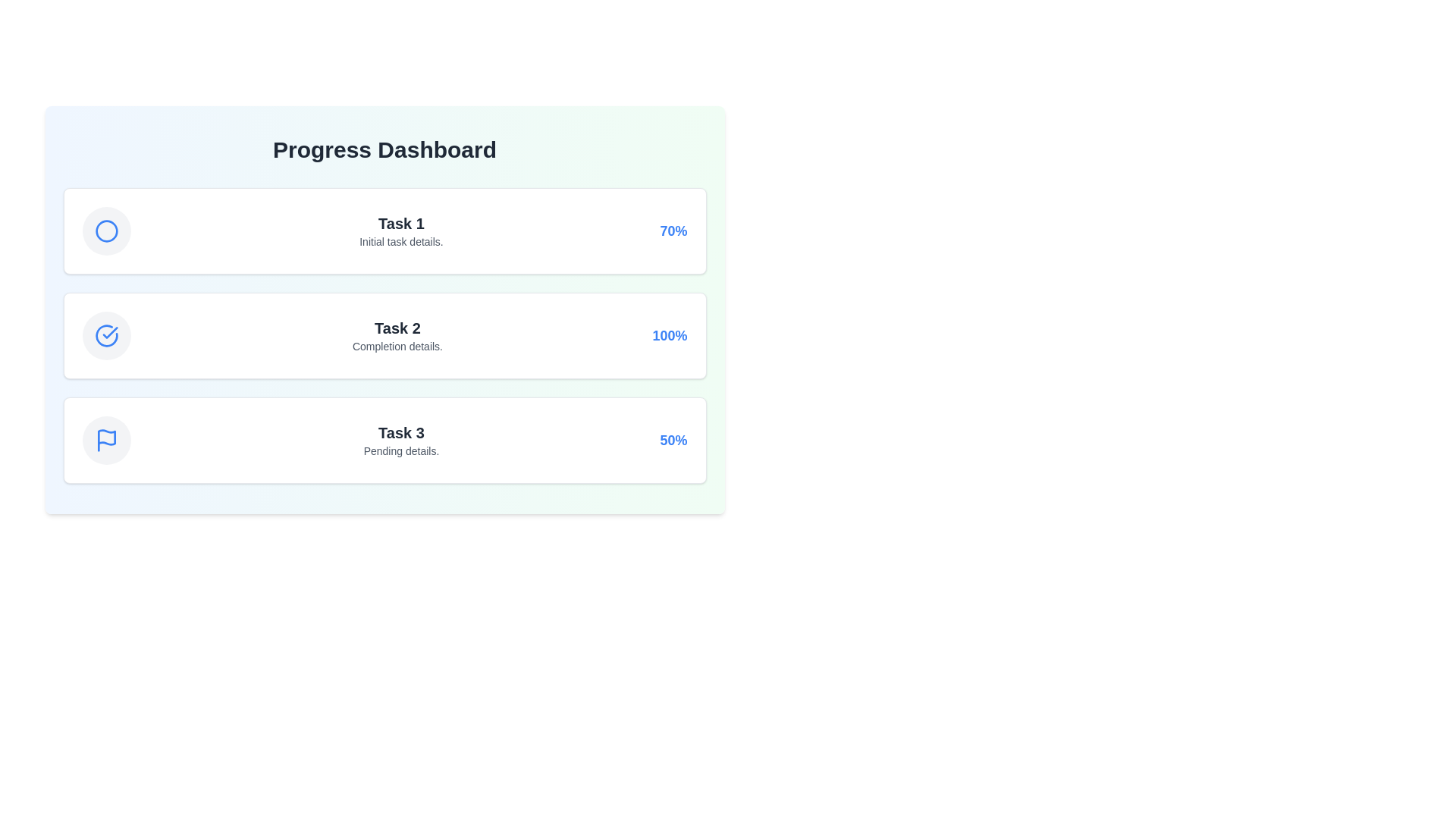 The image size is (1456, 819). Describe the element at coordinates (384, 335) in the screenshot. I see `a task card in the 'Progress Dashboard'` at that location.